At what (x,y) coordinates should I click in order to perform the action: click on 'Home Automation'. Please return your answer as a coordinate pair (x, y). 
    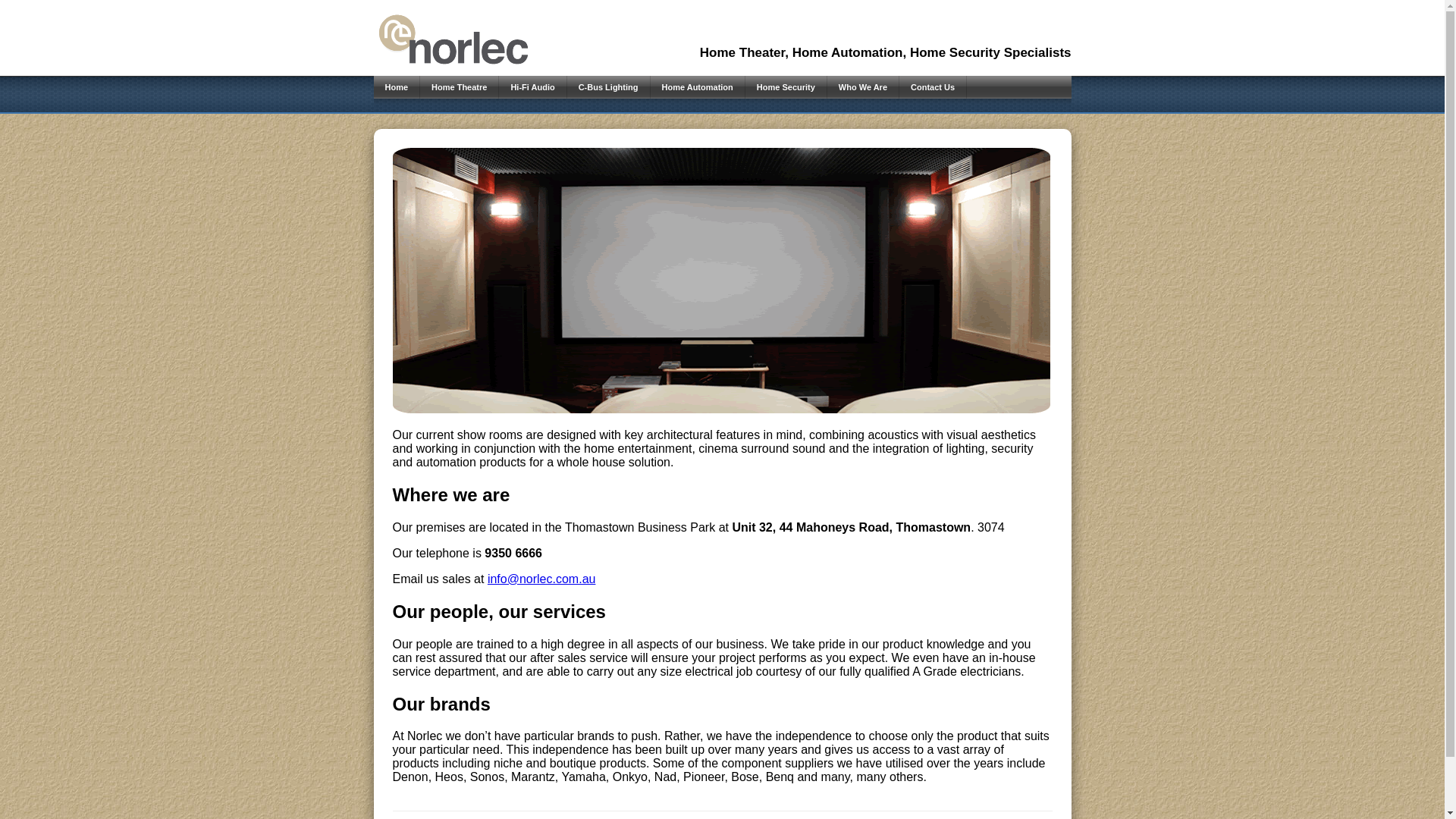
    Looking at the image, I should click on (697, 87).